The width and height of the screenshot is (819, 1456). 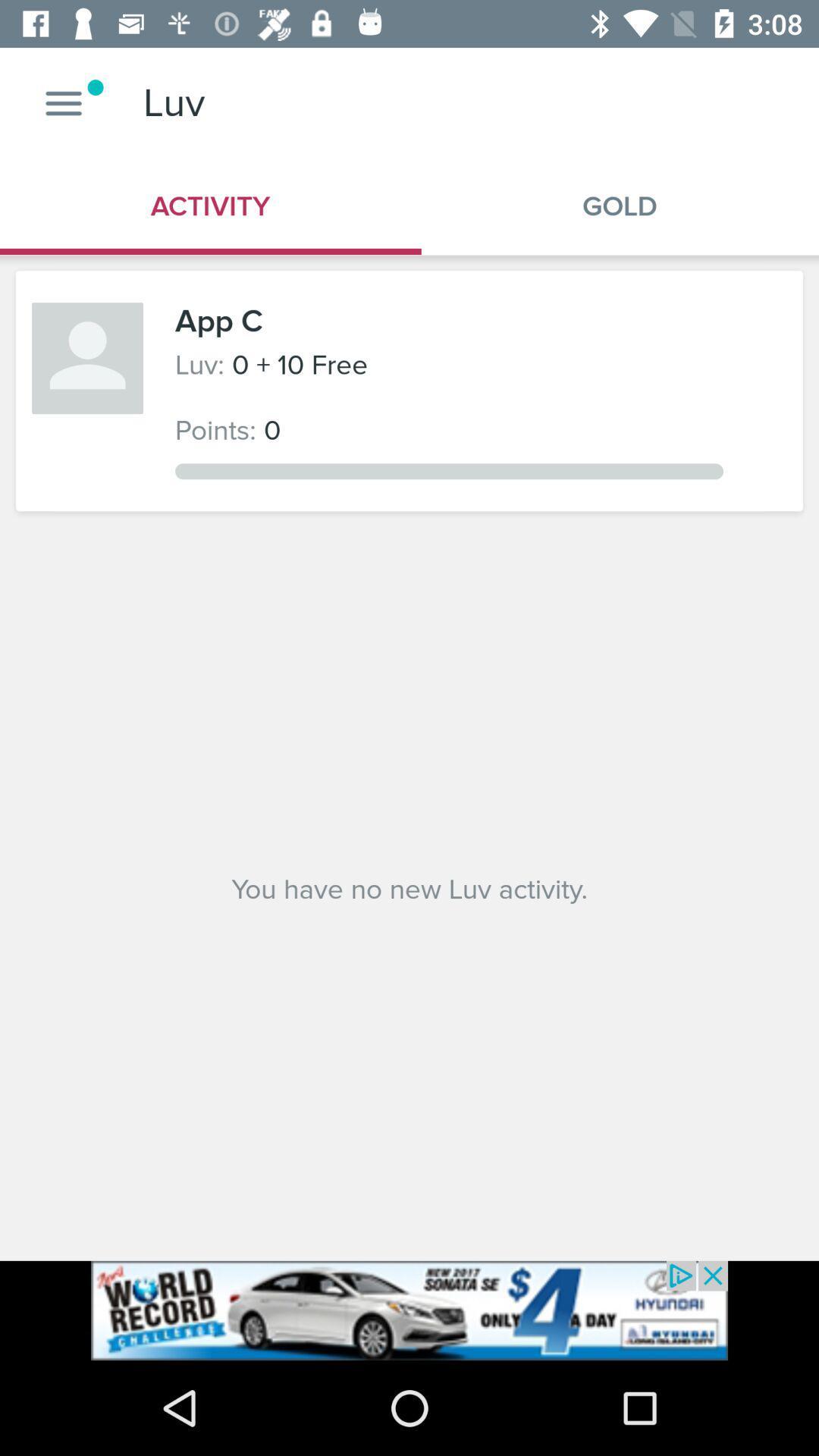 What do you see at coordinates (87, 357) in the screenshot?
I see `the avatar icon` at bounding box center [87, 357].